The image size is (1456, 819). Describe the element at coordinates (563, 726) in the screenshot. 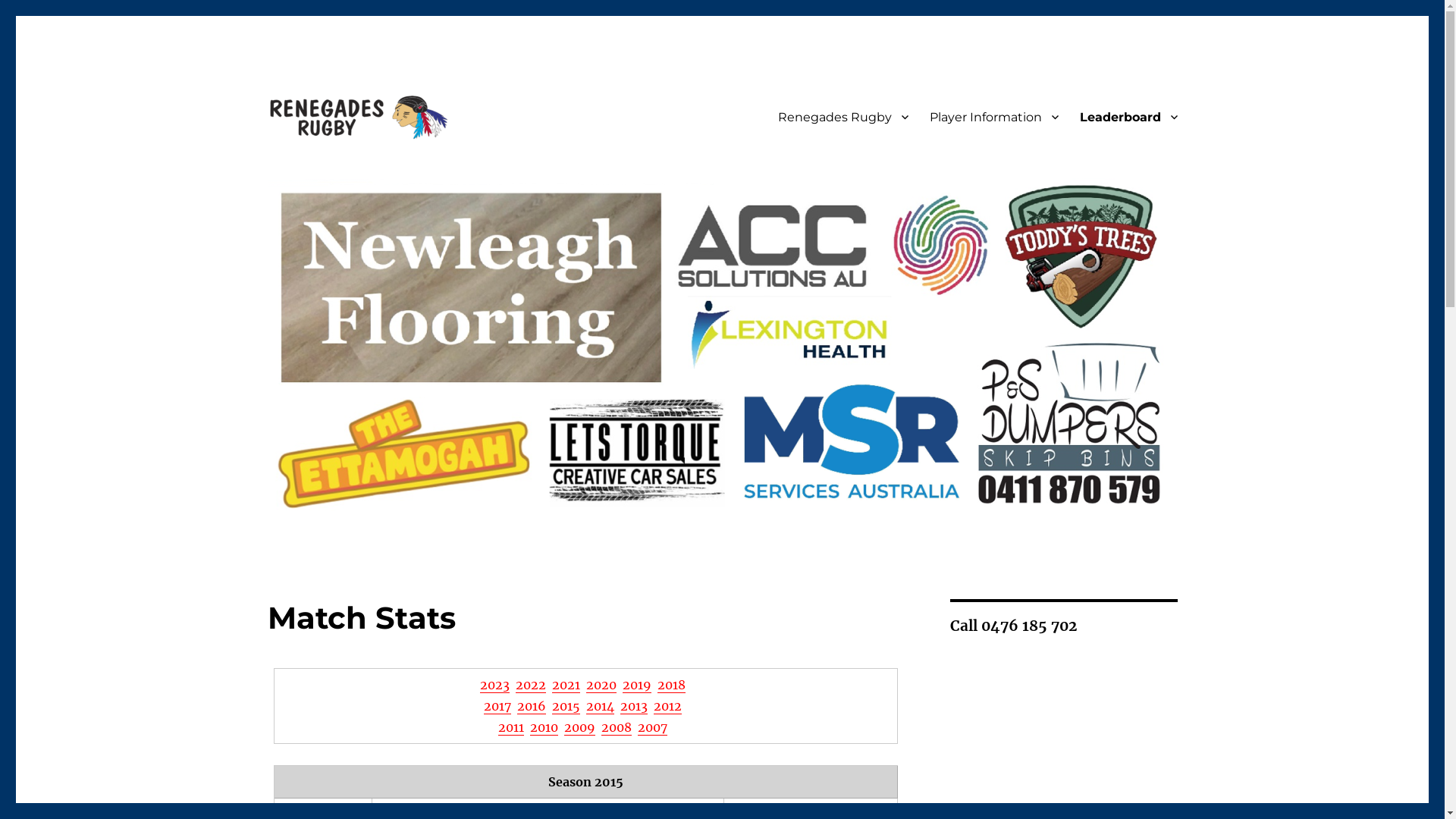

I see `'2009'` at that location.